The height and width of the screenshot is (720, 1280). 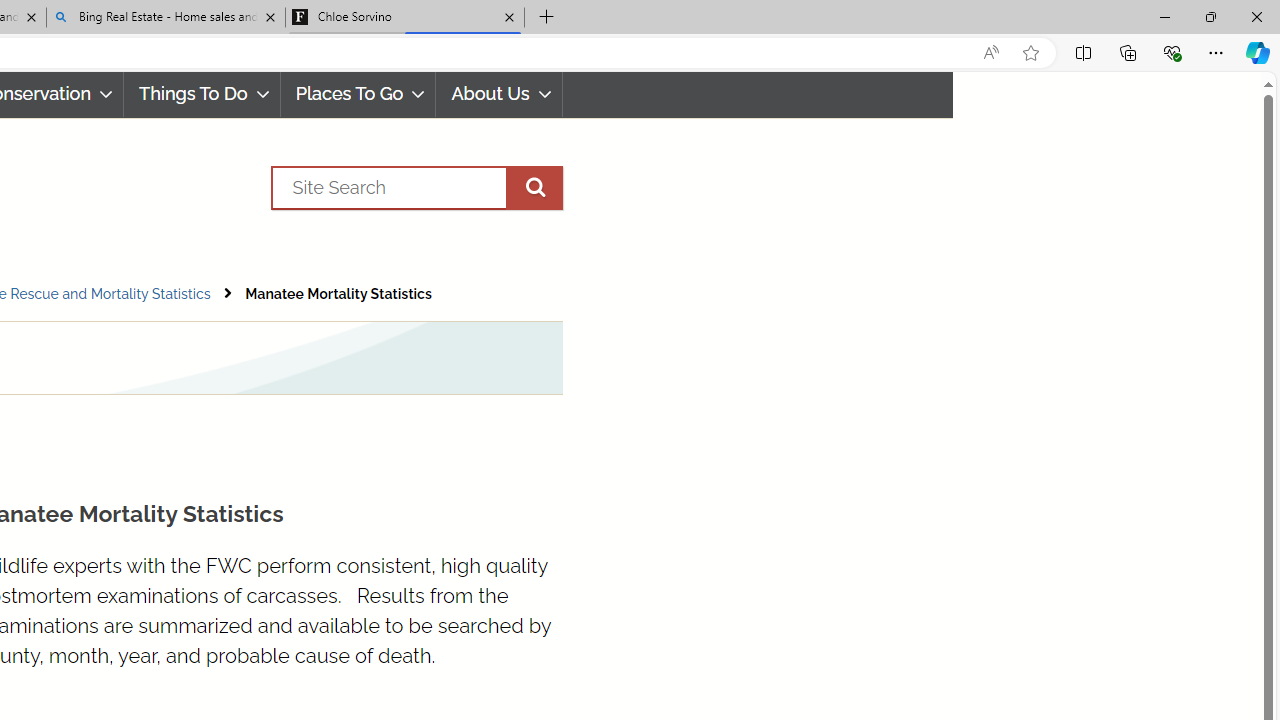 I want to click on 'Bing Real Estate - Home sales and rental listings', so click(x=166, y=17).